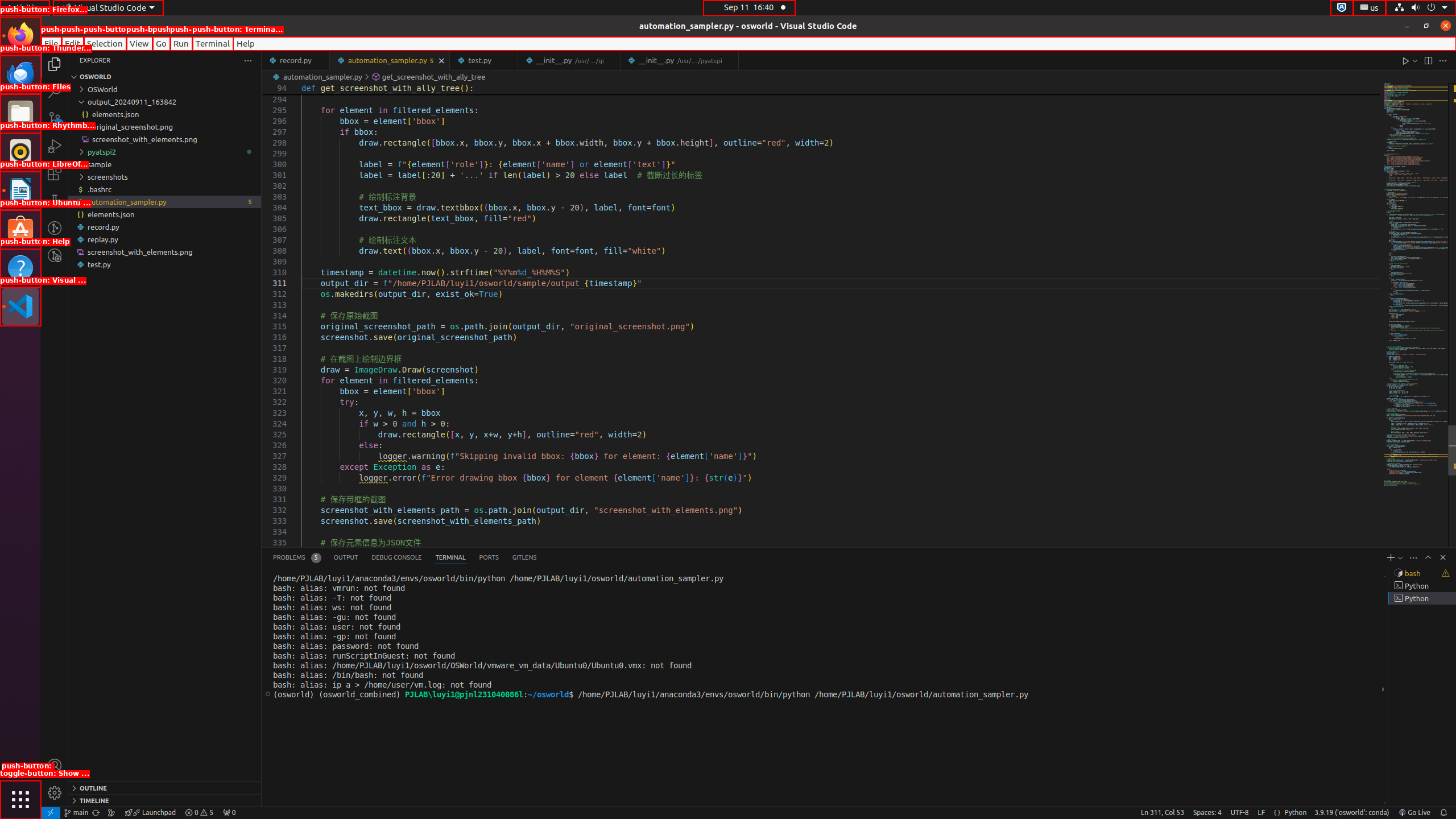 Image resolution: width=1456 pixels, height=819 pixels. I want to click on 'Selection', so click(104, 43).